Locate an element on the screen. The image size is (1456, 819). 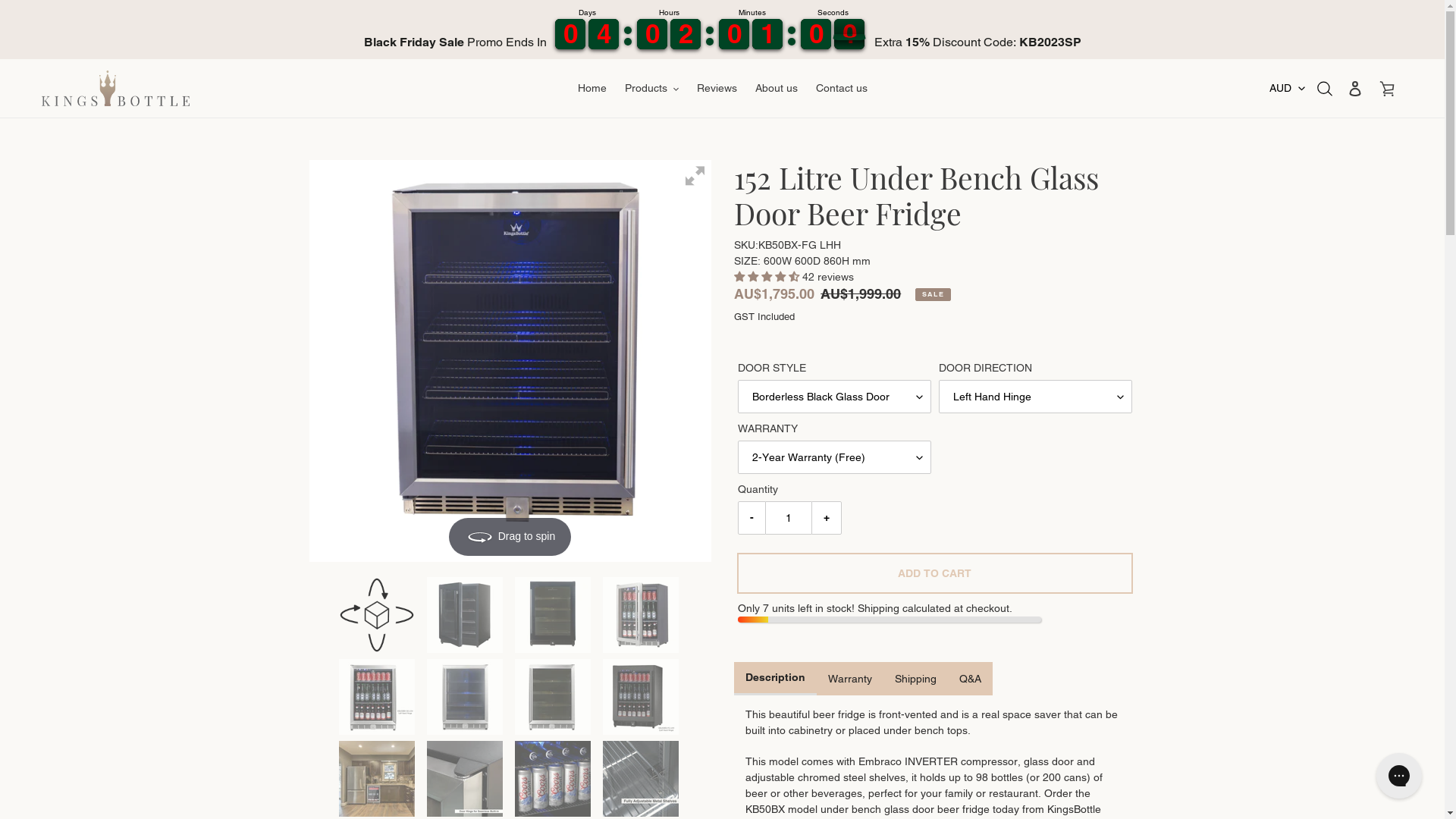
'2' is located at coordinates (767, 34).